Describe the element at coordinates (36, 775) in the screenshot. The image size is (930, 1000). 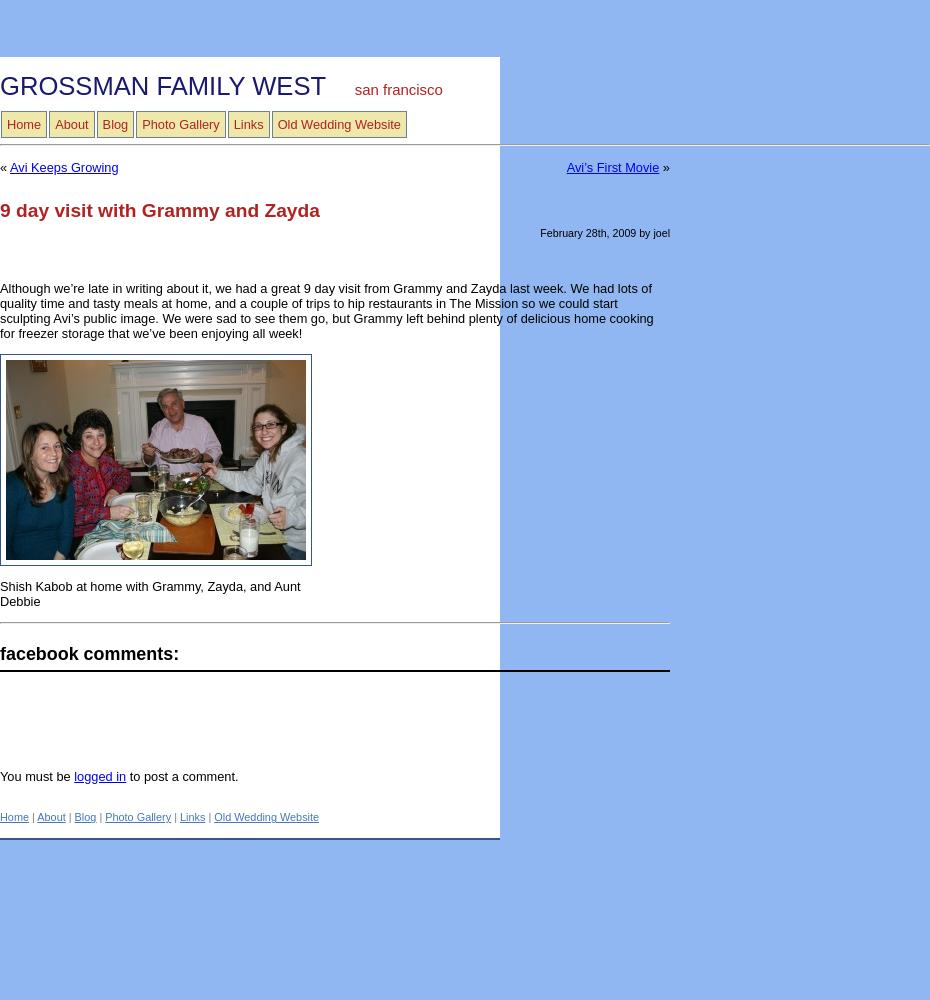
I see `'You must be'` at that location.